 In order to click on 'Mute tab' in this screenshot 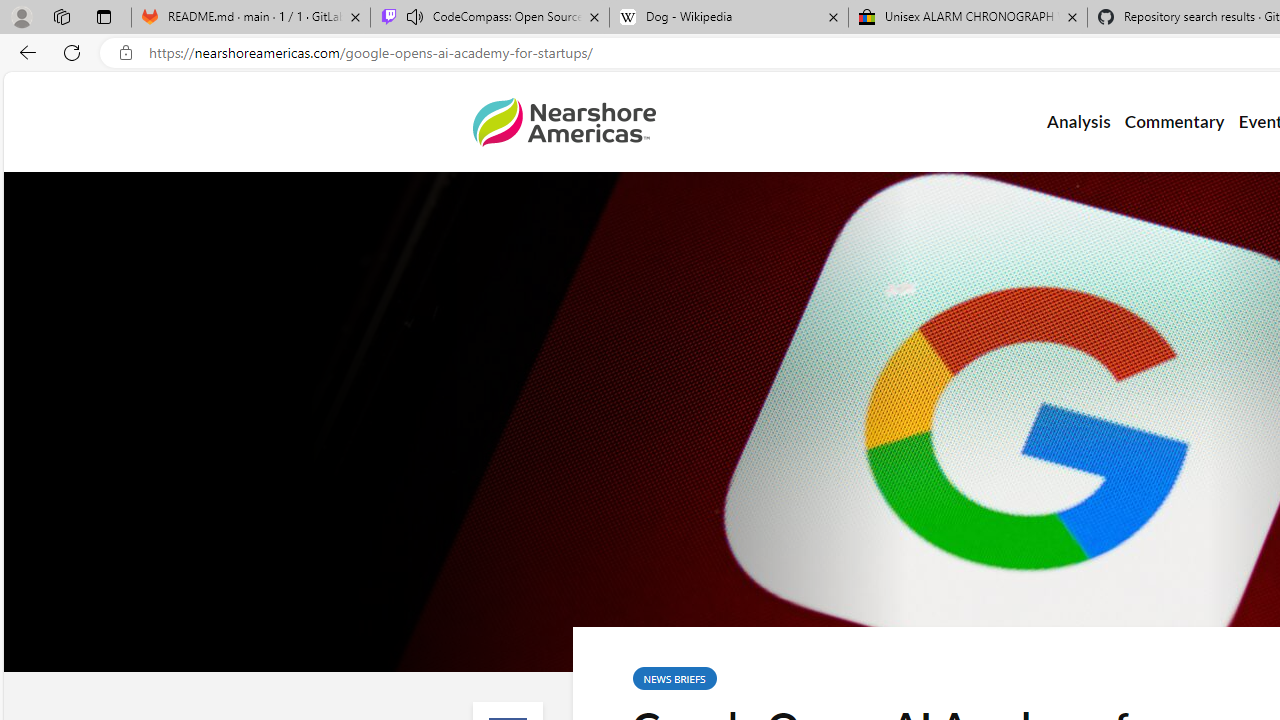, I will do `click(413, 16)`.